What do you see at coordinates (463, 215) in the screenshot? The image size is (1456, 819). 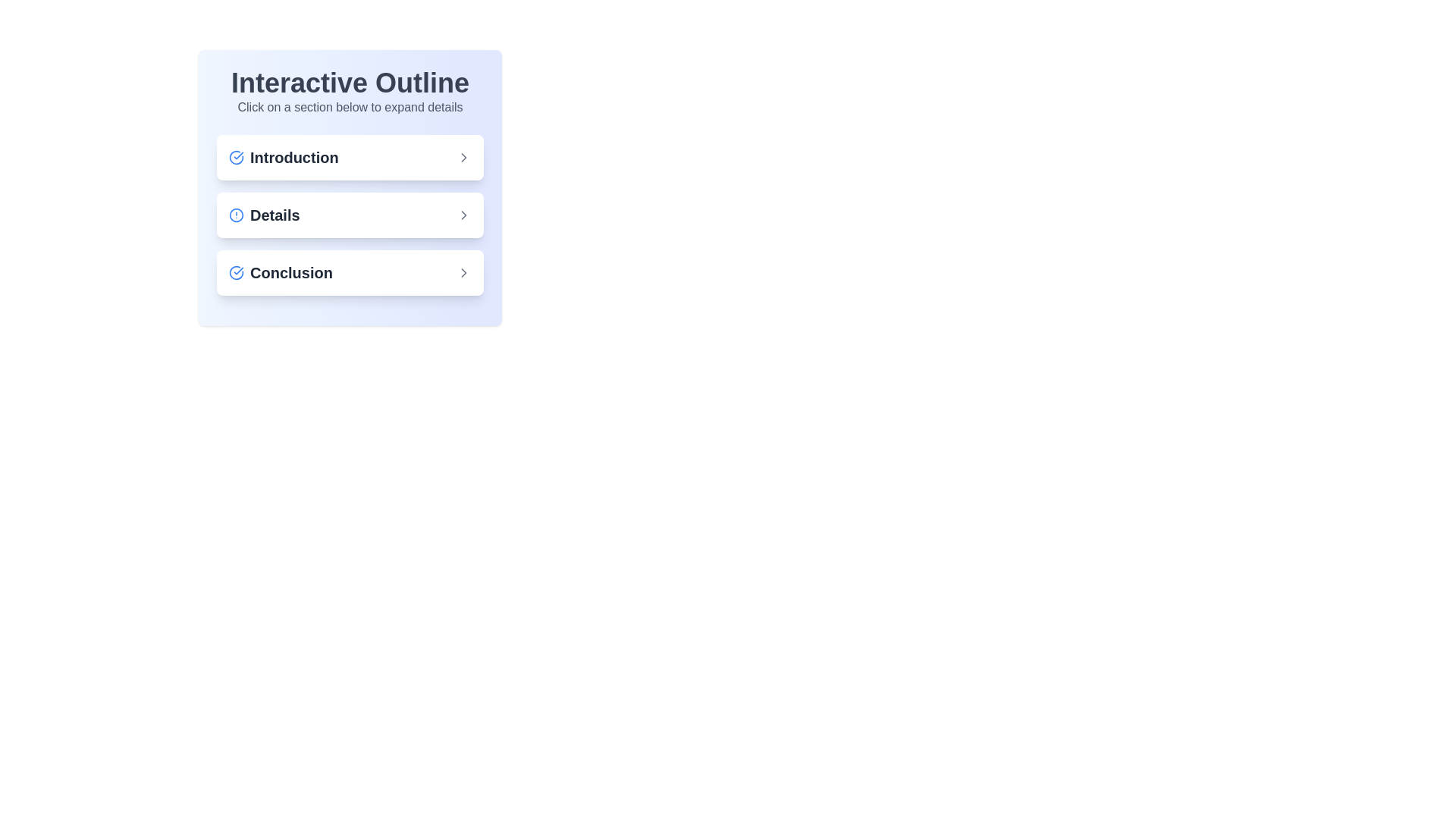 I see `the right-facing gray chevron icon located at the far right of the 'Details' section` at bounding box center [463, 215].